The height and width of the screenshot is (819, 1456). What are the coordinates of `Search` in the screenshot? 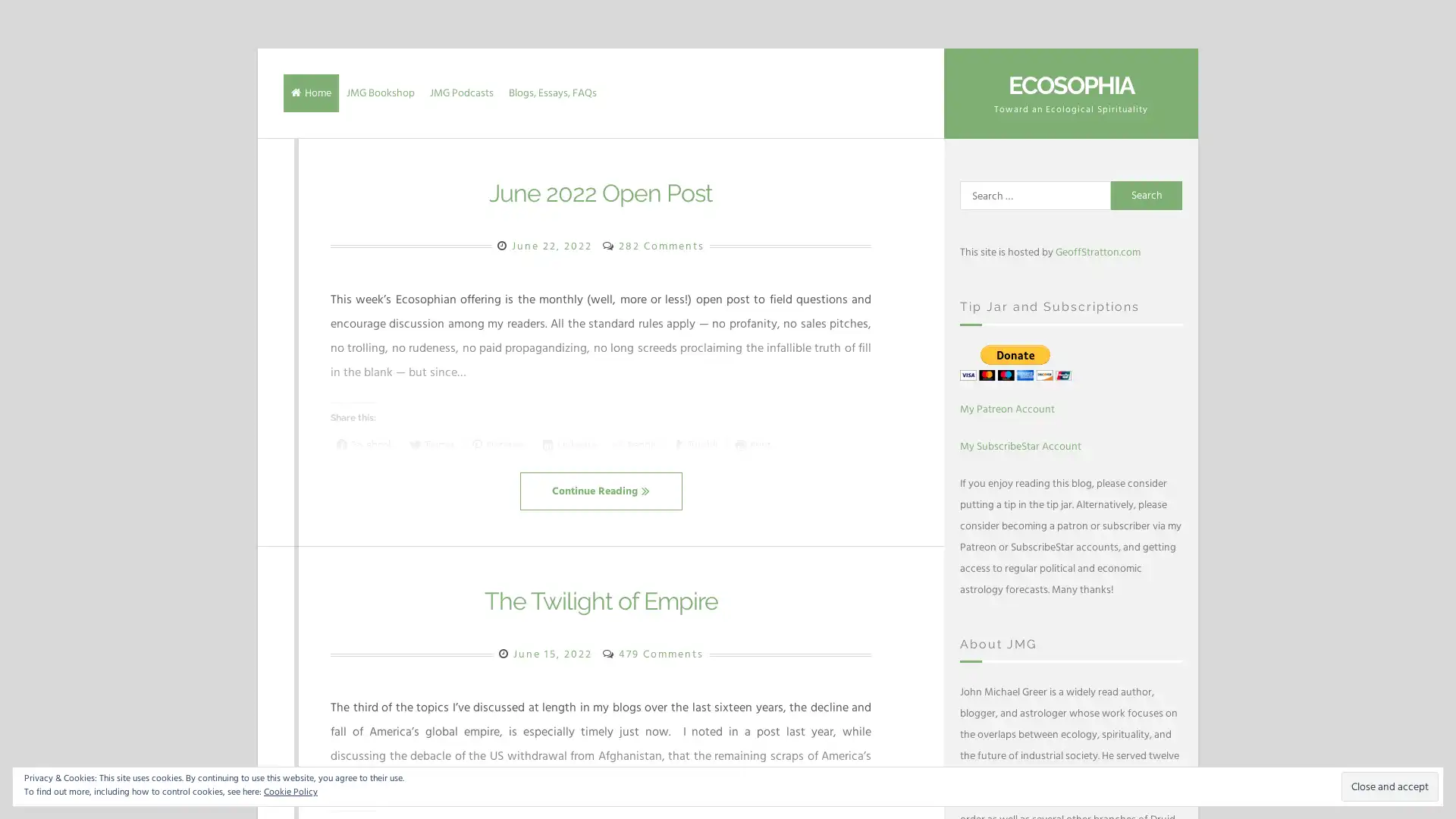 It's located at (1147, 195).